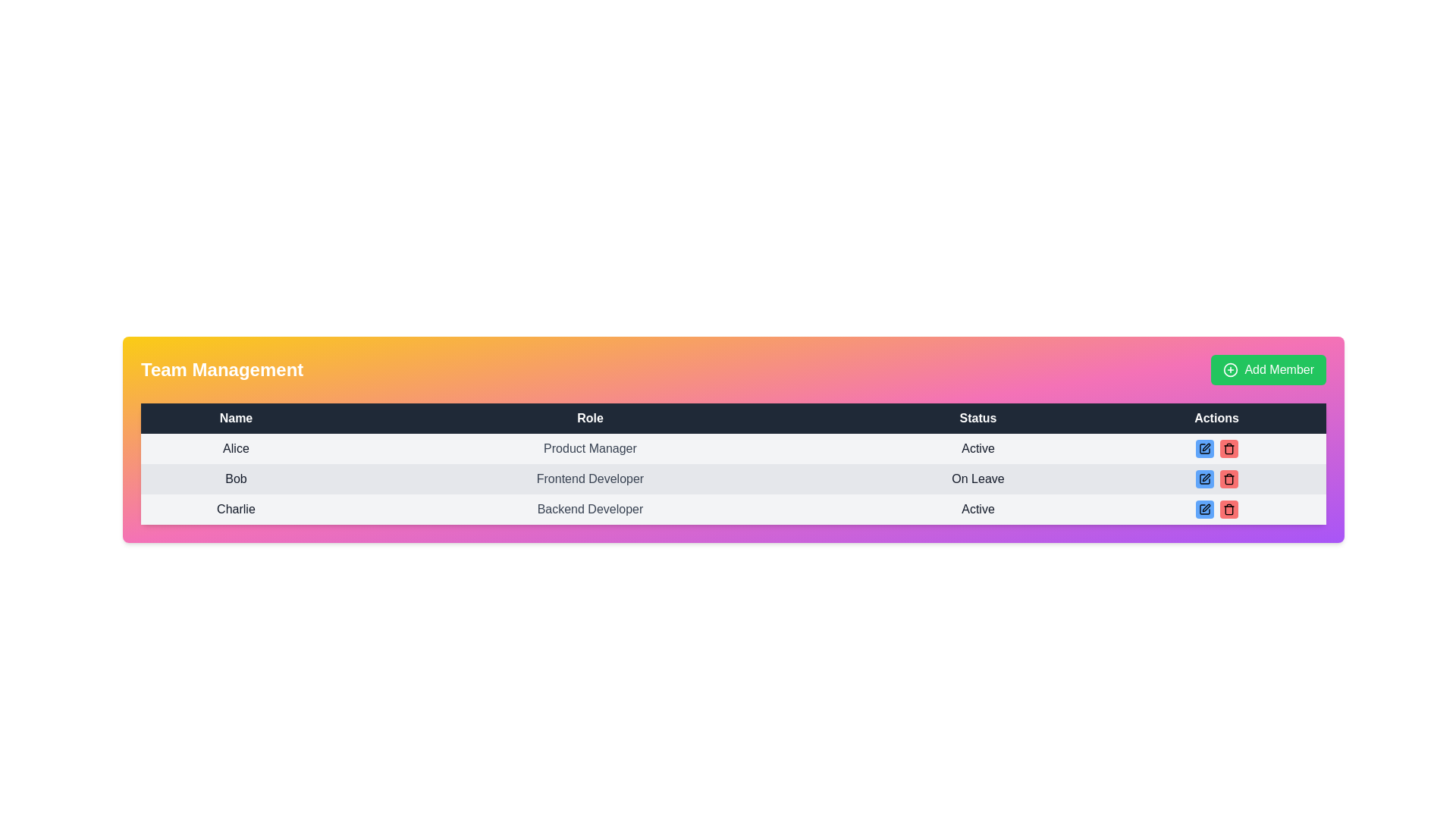 The image size is (1456, 819). I want to click on the edit button in the Action Button Group for the user 'Alice', who is a 'Product Manager' and has 'Active' status, to initiate editing the record, so click(1216, 447).